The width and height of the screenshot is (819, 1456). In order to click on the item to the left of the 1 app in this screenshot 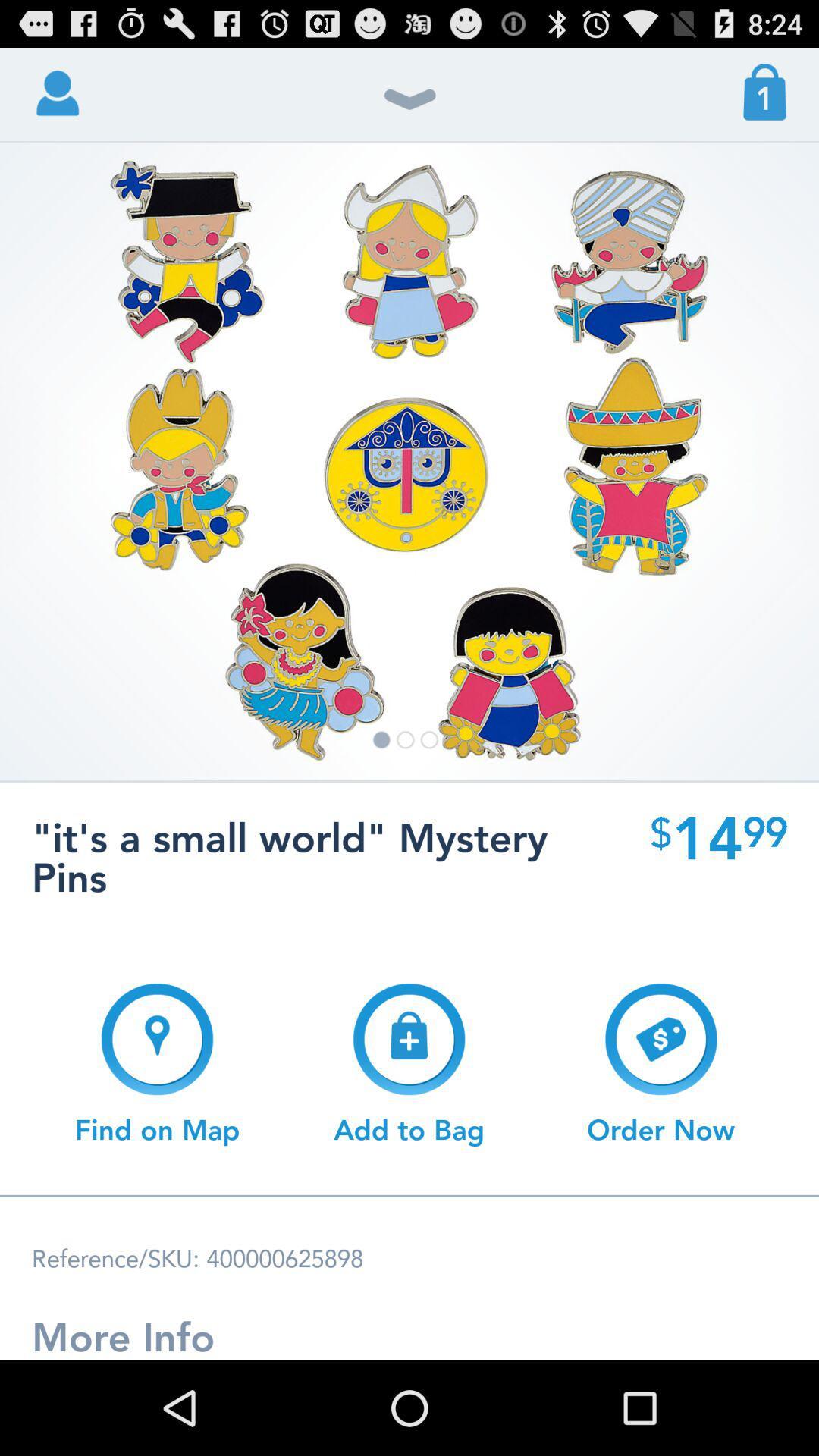, I will do `click(409, 106)`.